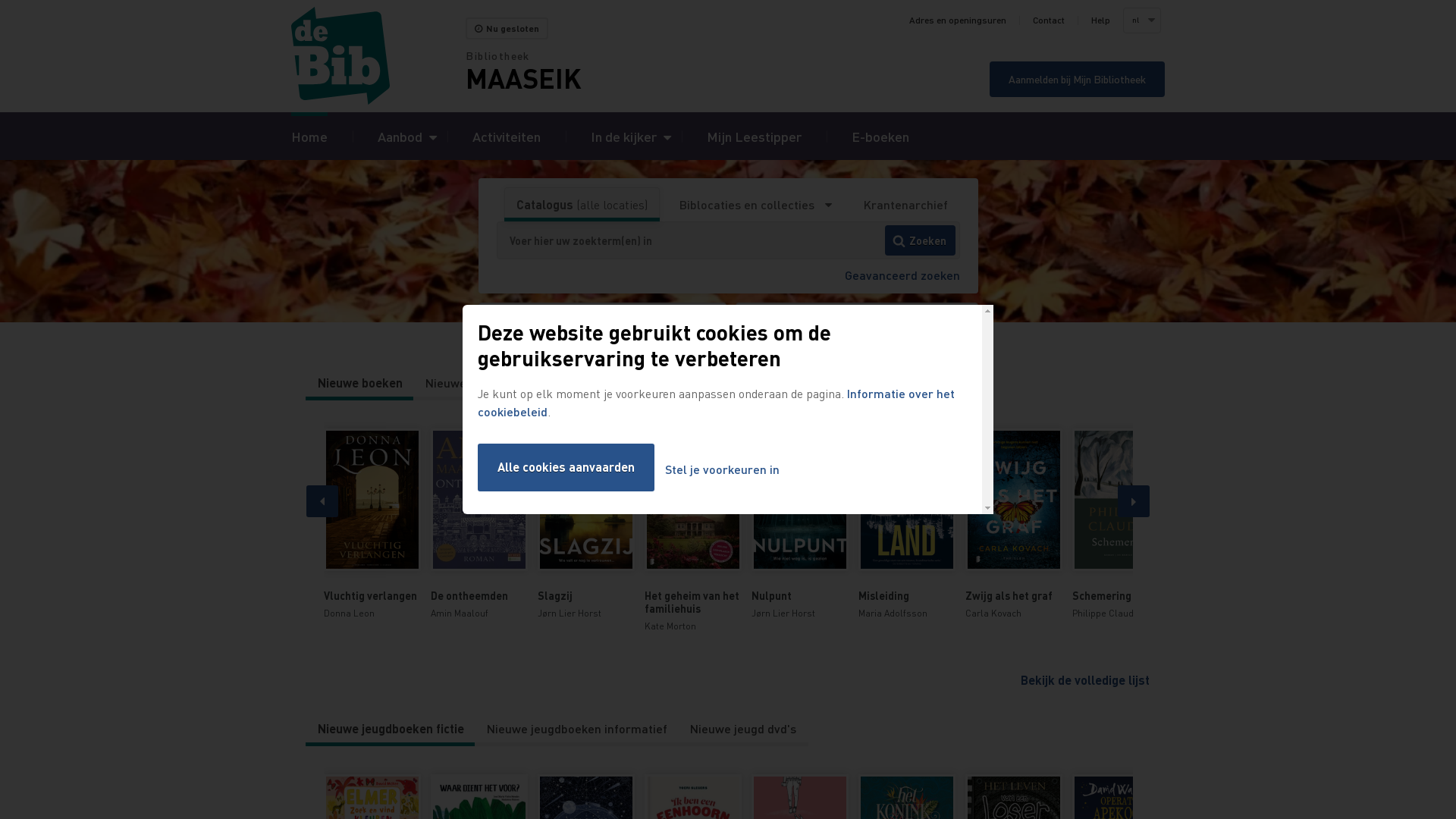 Image resolution: width=1456 pixels, height=819 pixels. What do you see at coordinates (1012, 523) in the screenshot?
I see `'Zwijg als het graf` at bounding box center [1012, 523].